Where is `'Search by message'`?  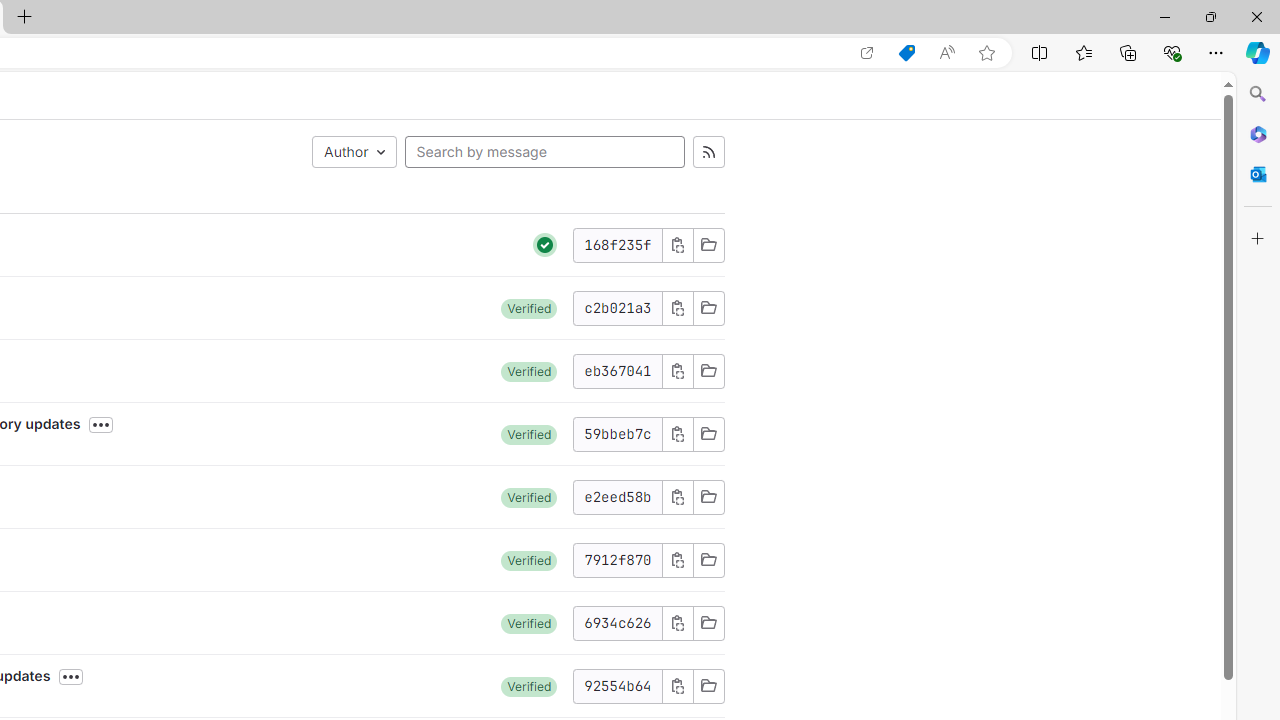
'Search by message' is located at coordinates (544, 150).